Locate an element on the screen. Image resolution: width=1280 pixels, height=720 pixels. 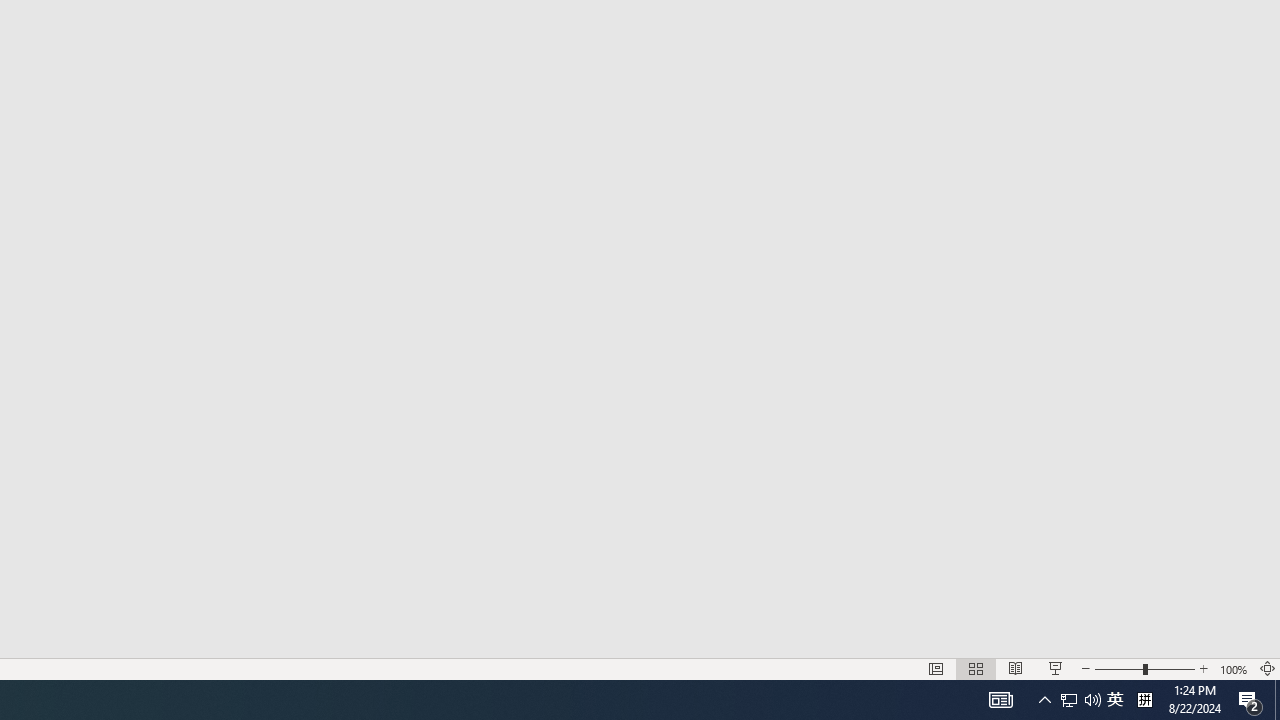
'Zoom In' is located at coordinates (1203, 669).